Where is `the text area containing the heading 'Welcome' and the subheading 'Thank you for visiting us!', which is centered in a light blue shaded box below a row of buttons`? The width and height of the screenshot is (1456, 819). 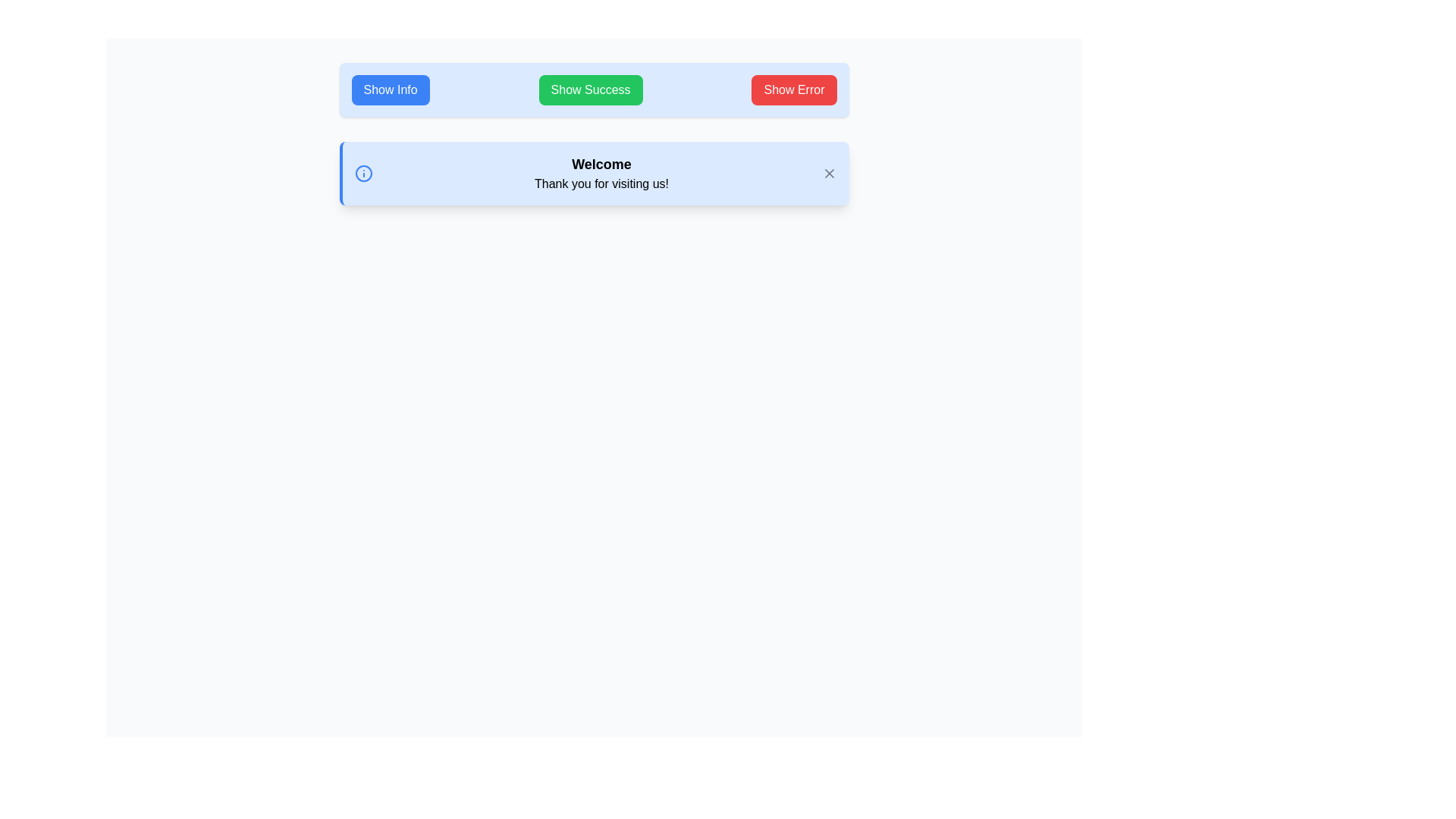
the text area containing the heading 'Welcome' and the subheading 'Thank you for visiting us!', which is centered in a light blue shaded box below a row of buttons is located at coordinates (601, 172).